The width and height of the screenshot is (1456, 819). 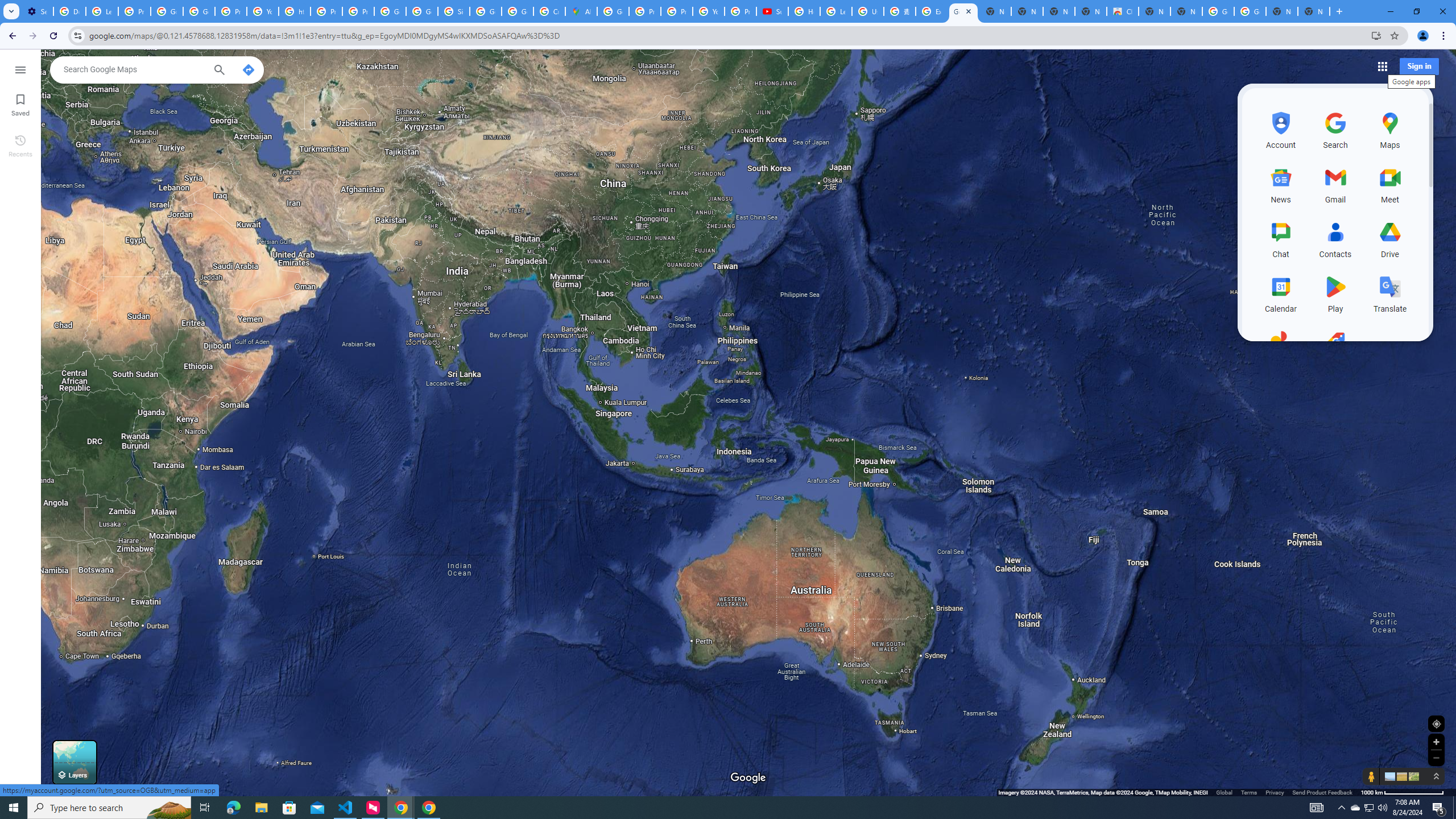 What do you see at coordinates (1376, 35) in the screenshot?
I see `'Install Google Maps'` at bounding box center [1376, 35].